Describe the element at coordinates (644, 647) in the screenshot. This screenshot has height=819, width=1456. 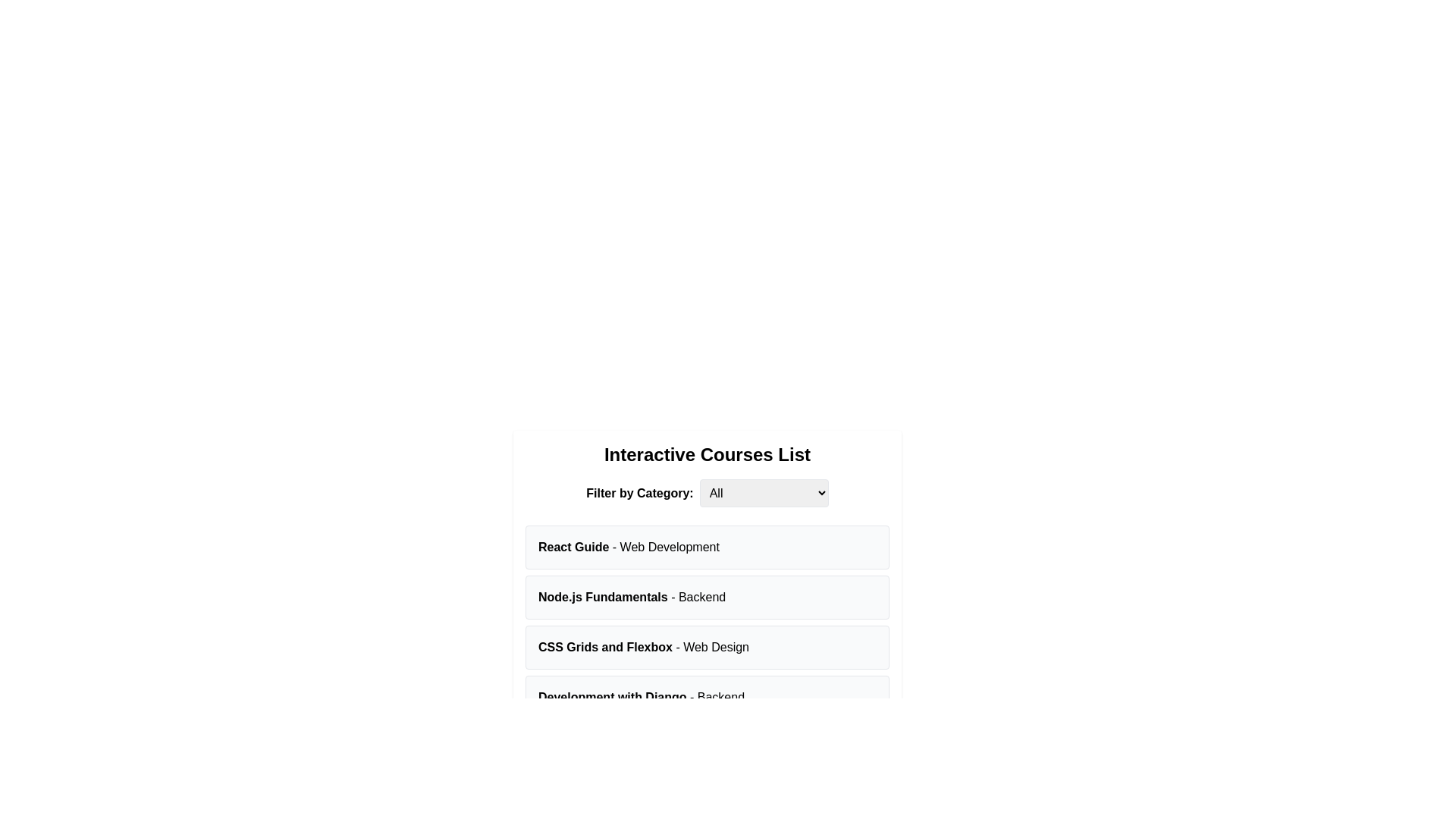
I see `the static text element that serves as a title for the educational course category, positioned as the third item in the 'Interactive Courses List'` at that location.